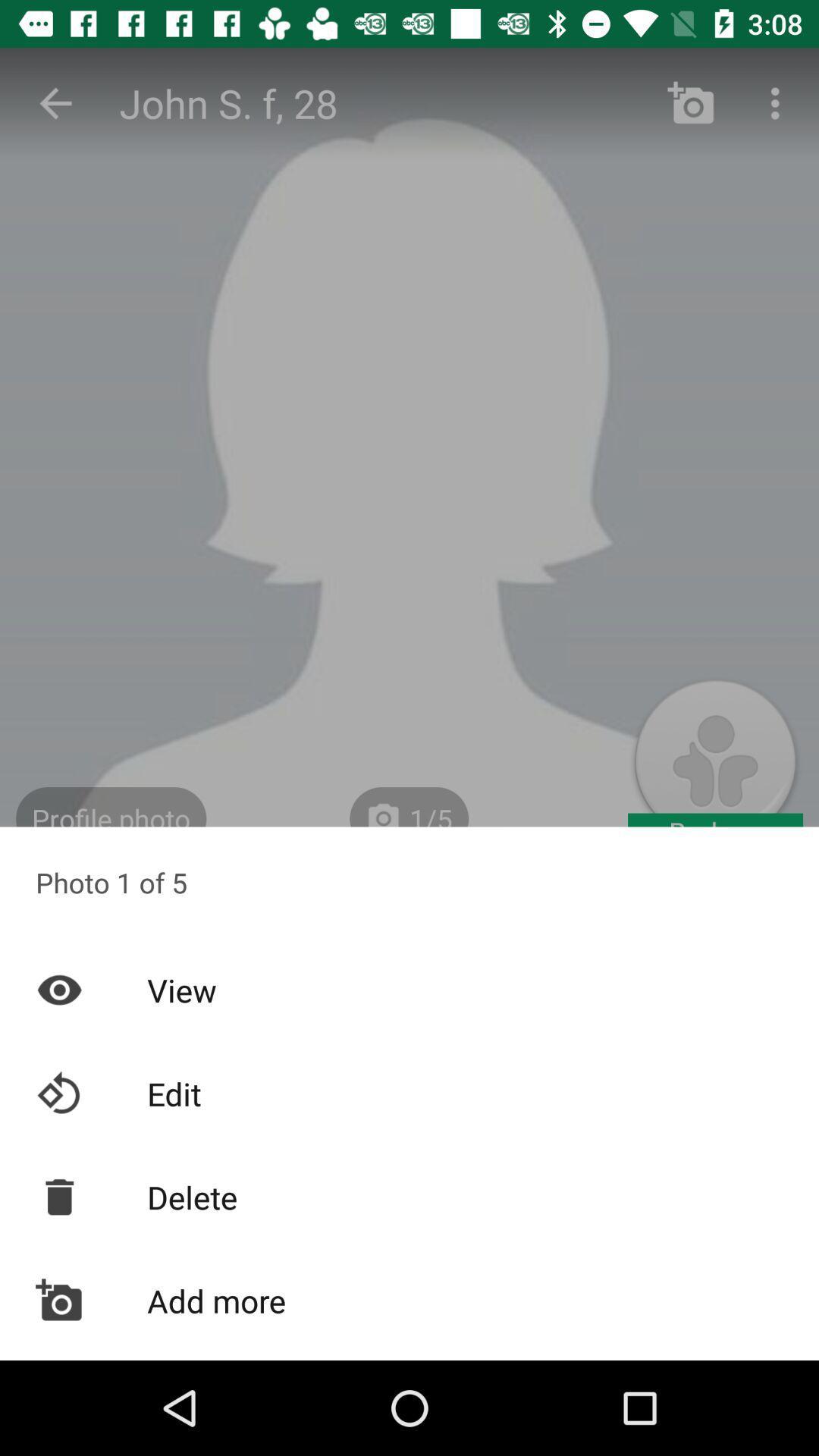 Image resolution: width=819 pixels, height=1456 pixels. Describe the element at coordinates (409, 1300) in the screenshot. I see `the add more item` at that location.